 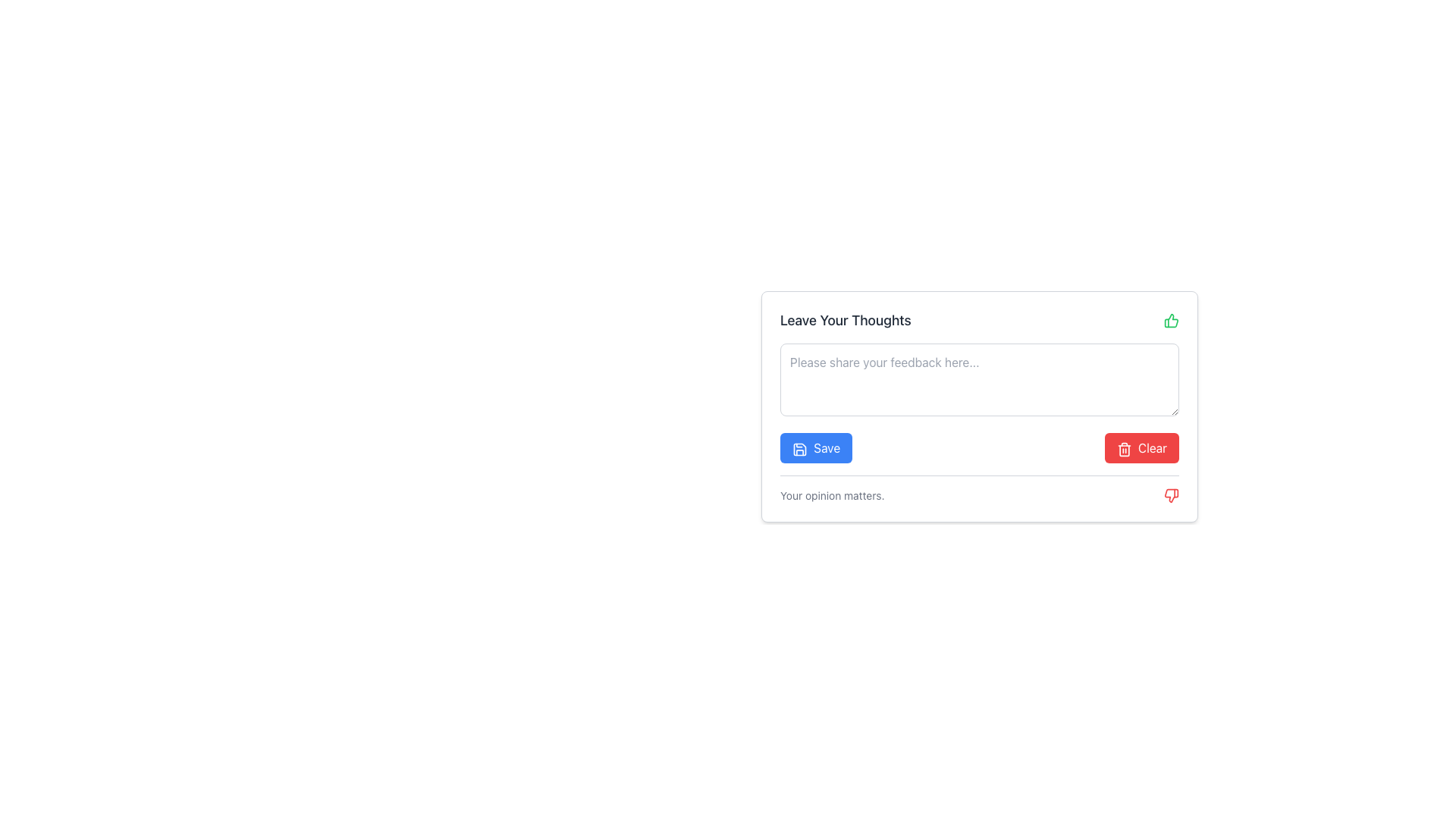 I want to click on the approval icon located to the far-right of the title text 'Leave Your Thoughts' to provide positive feedback, so click(x=1171, y=320).